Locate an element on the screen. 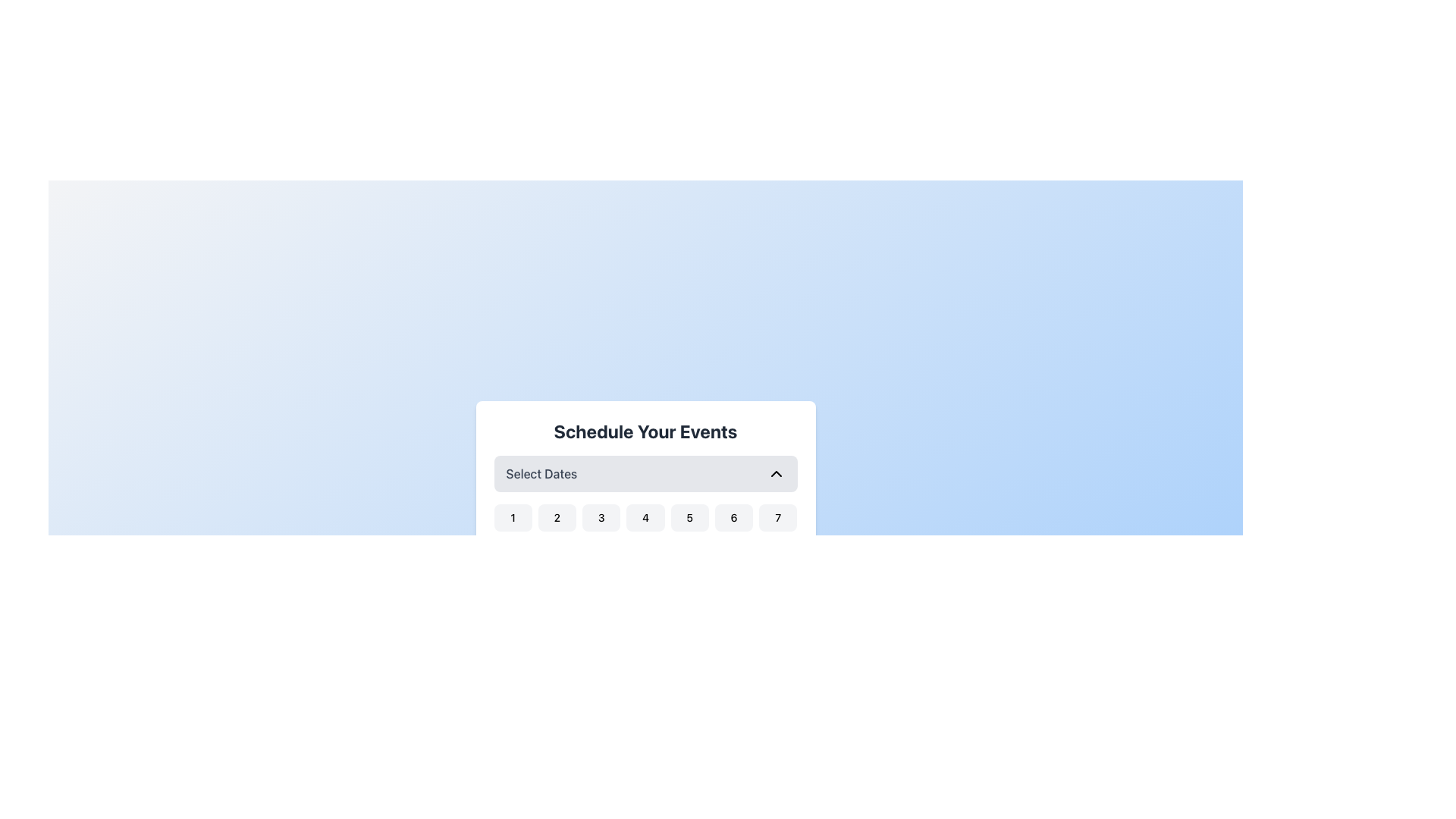 The width and height of the screenshot is (1456, 819). the button representing the number 5 in the grid layout, positioned as the 5th element from the left is located at coordinates (689, 517).